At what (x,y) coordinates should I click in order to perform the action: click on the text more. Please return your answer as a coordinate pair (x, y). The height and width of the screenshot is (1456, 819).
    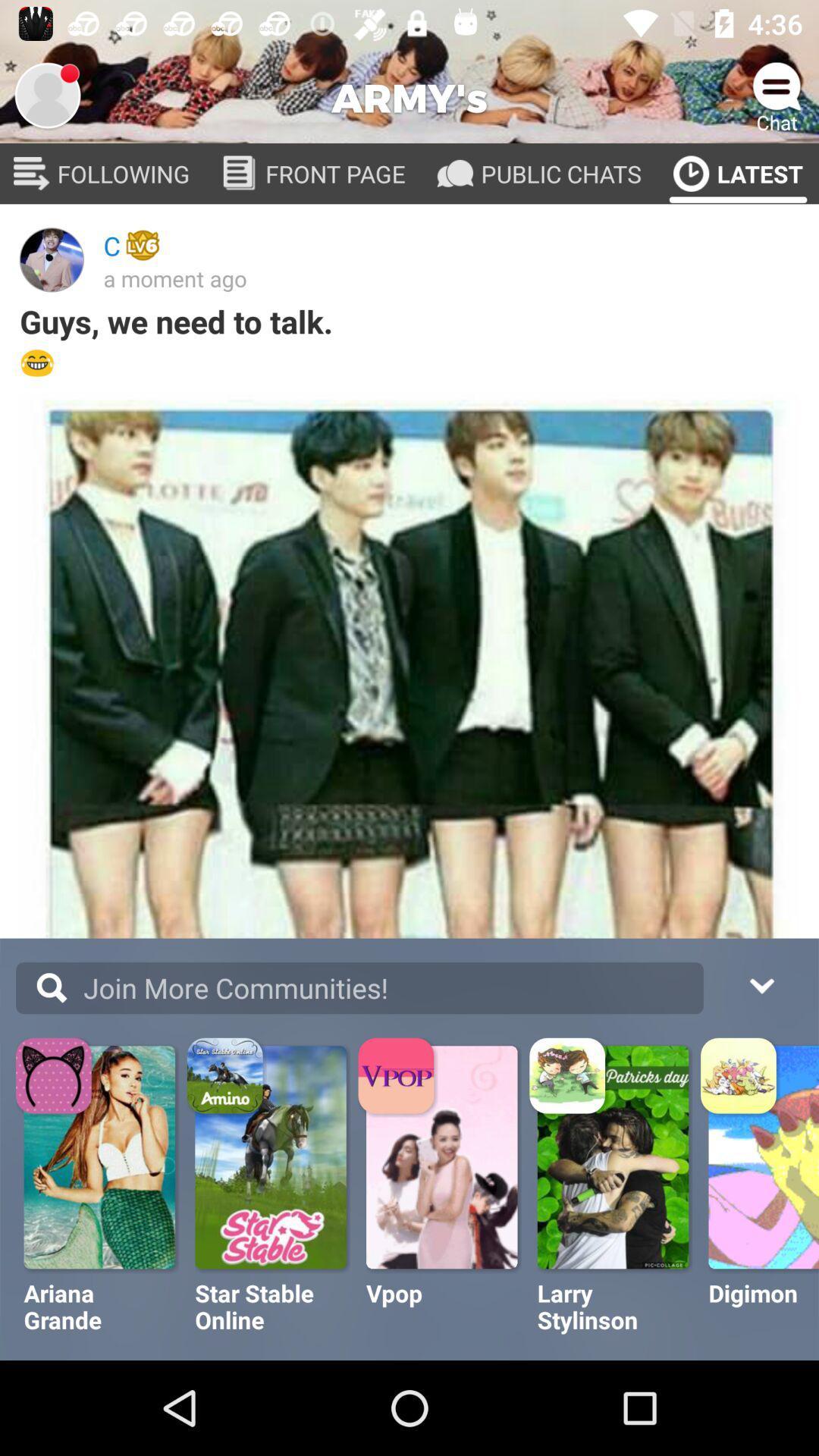
    Looking at the image, I should click on (184, 999).